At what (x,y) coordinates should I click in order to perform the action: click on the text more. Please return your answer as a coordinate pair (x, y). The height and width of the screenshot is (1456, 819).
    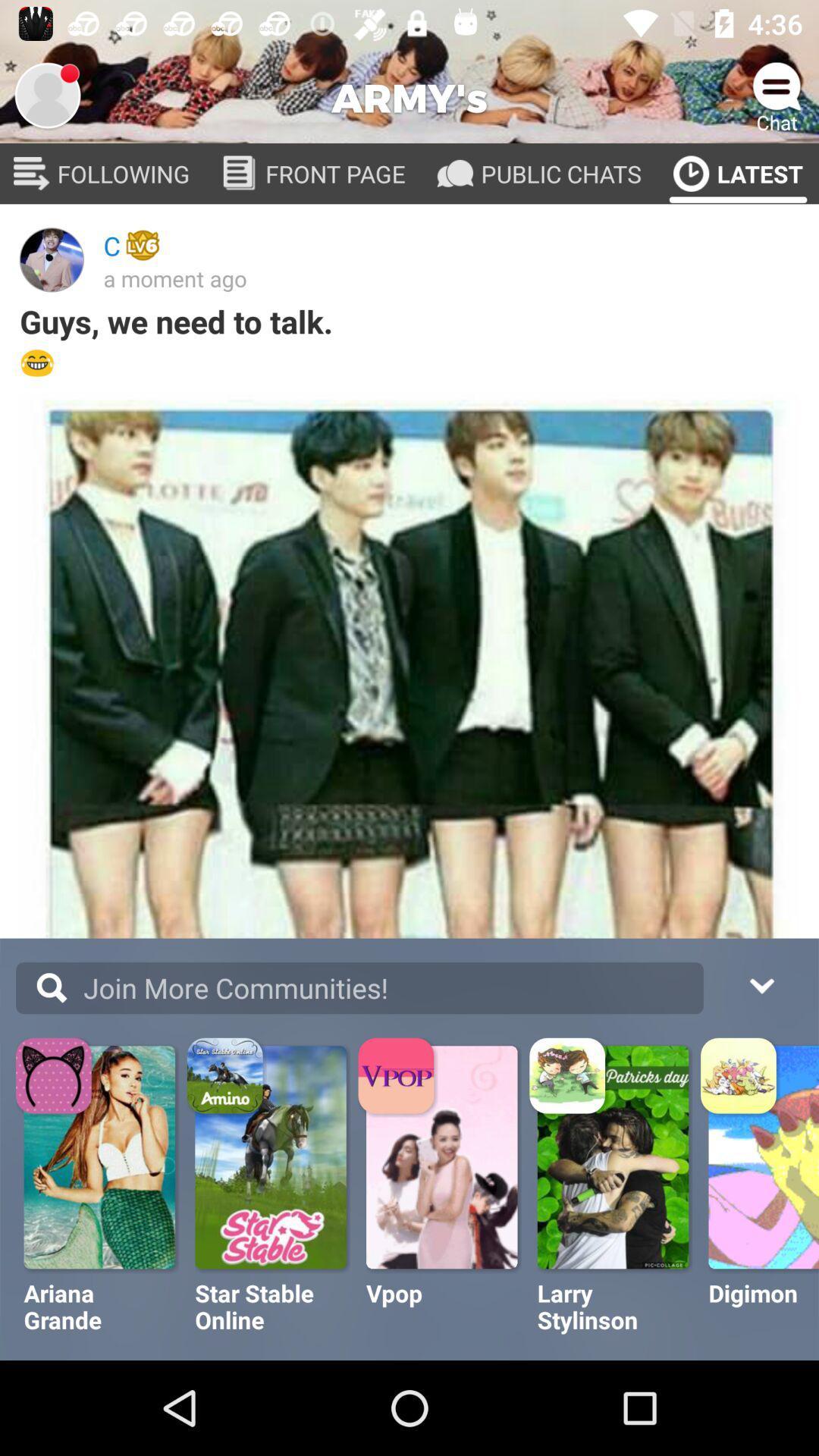
    Looking at the image, I should click on (184, 999).